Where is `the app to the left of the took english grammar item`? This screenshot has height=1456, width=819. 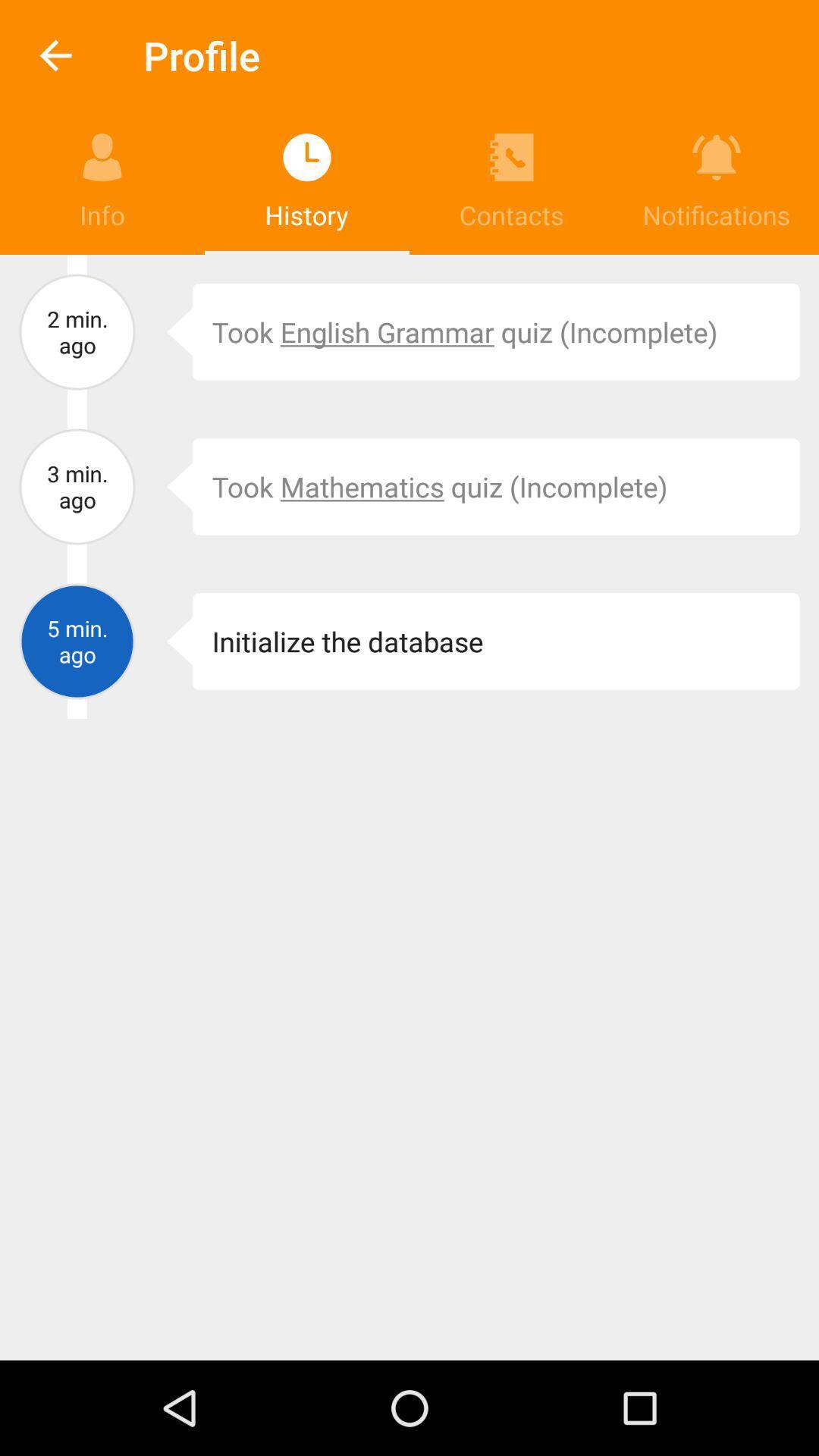 the app to the left of the took english grammar item is located at coordinates (168, 331).